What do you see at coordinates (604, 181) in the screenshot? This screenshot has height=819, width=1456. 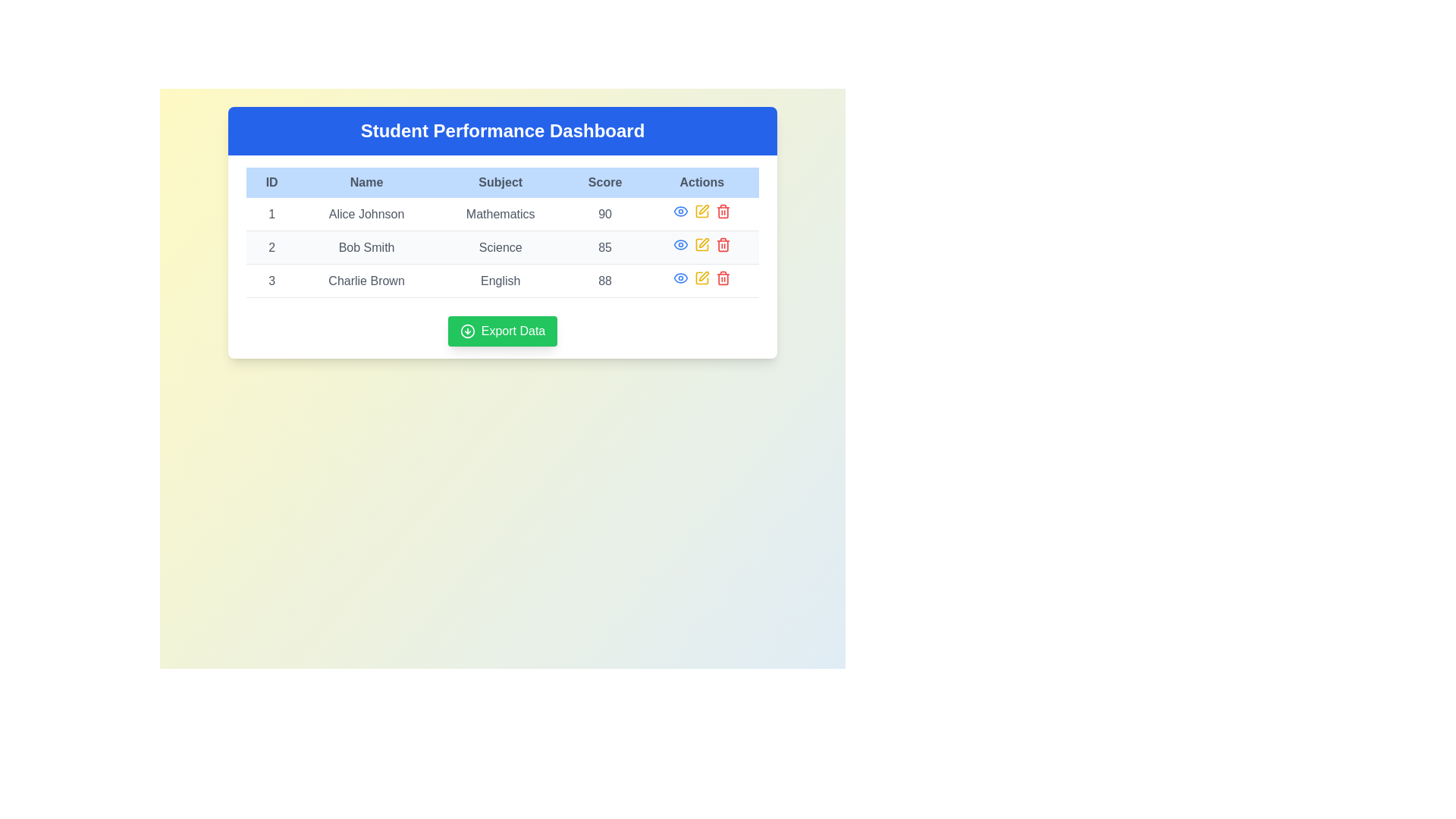 I see `the 'Score' header in the table column, which is the fourth column from the left, displayed in gray on a light blue background, part of the 'Student Performance Dashboard'` at bounding box center [604, 181].